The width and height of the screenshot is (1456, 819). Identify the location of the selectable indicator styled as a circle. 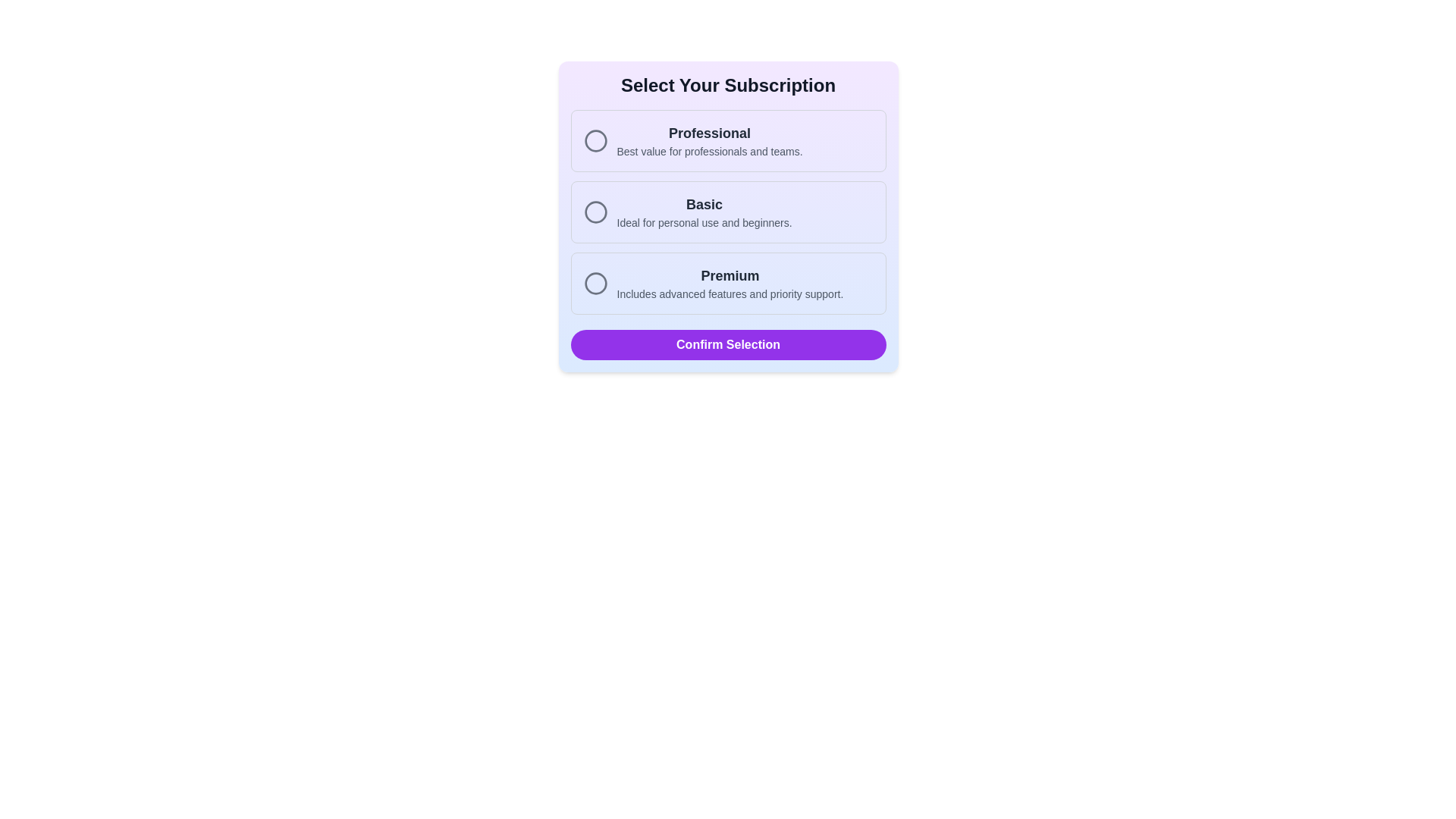
(595, 212).